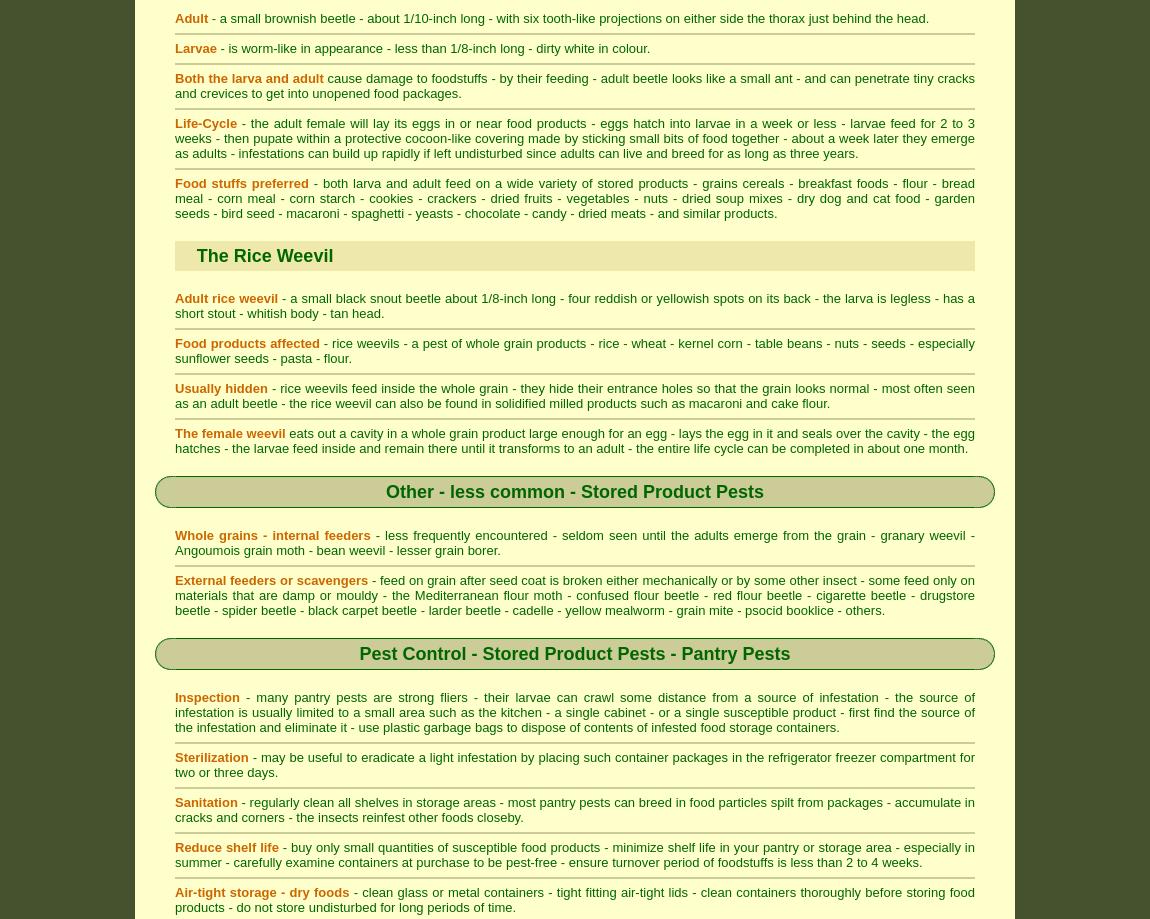  Describe the element at coordinates (263, 255) in the screenshot. I see `'The Rice Weevil'` at that location.